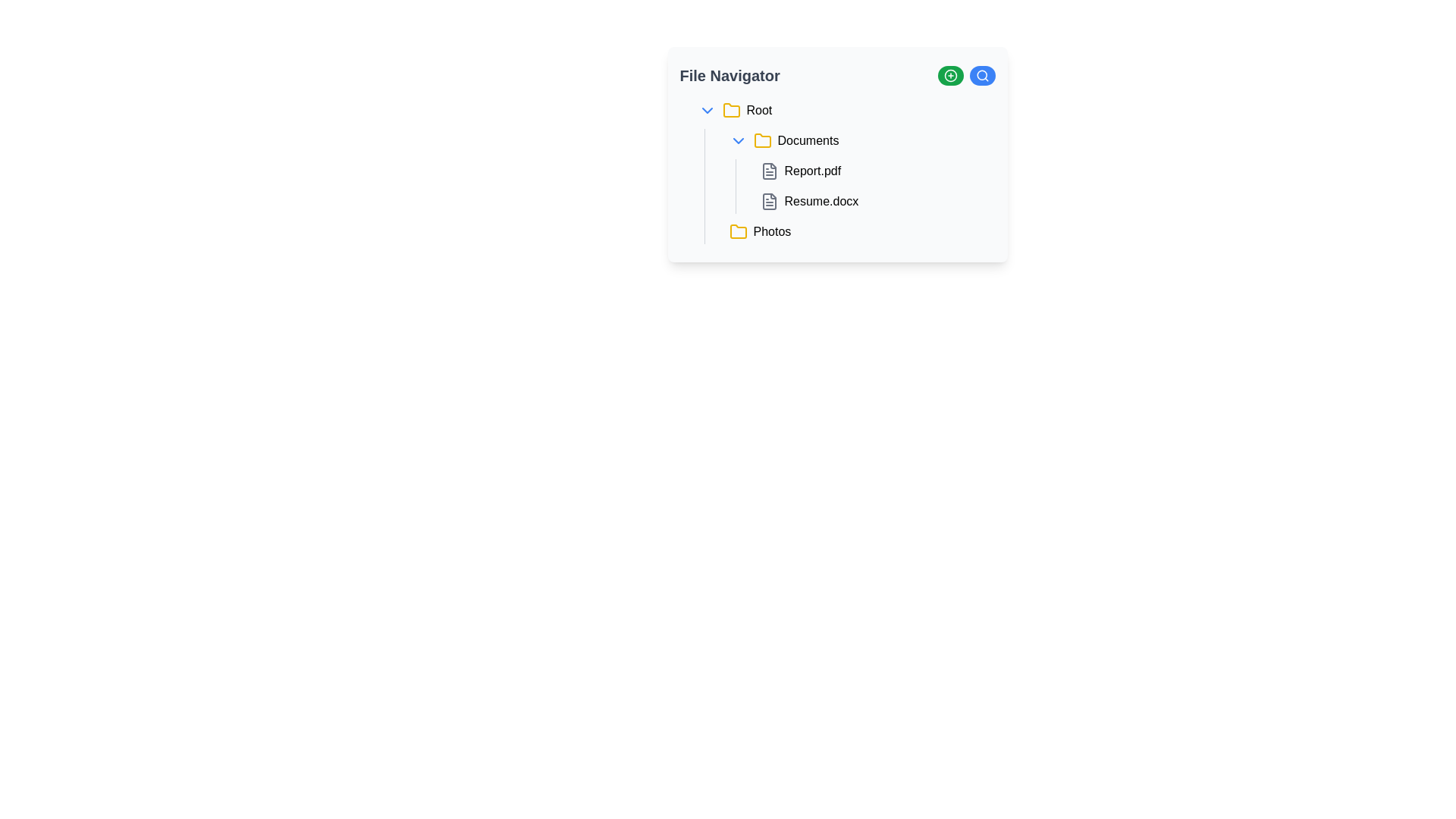  Describe the element at coordinates (981, 75) in the screenshot. I see `the circular portion of the search icon located in the upper-right corner of the file navigator interface` at that location.